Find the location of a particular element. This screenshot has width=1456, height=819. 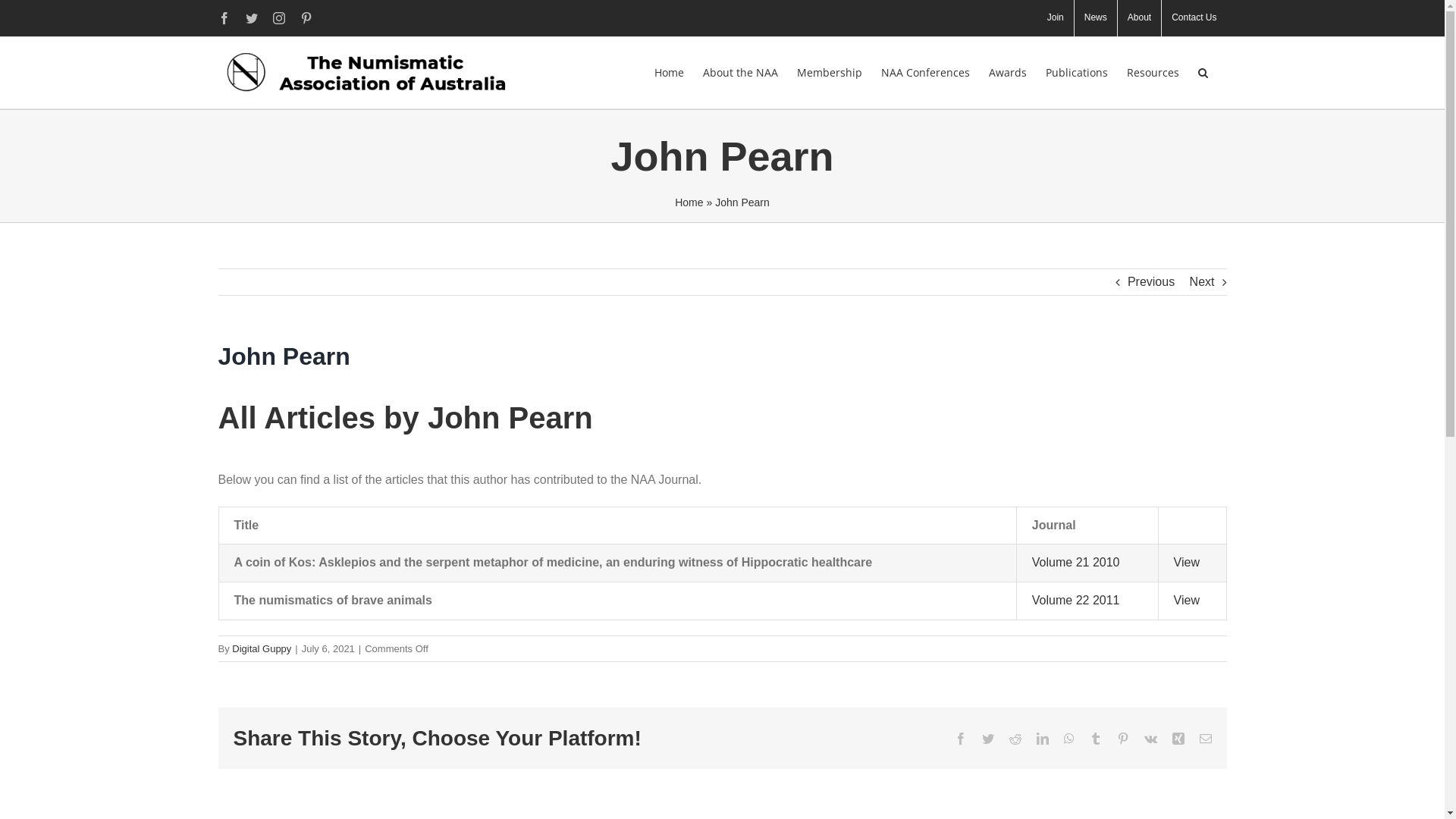

'Pinterest' is located at coordinates (300, 17).